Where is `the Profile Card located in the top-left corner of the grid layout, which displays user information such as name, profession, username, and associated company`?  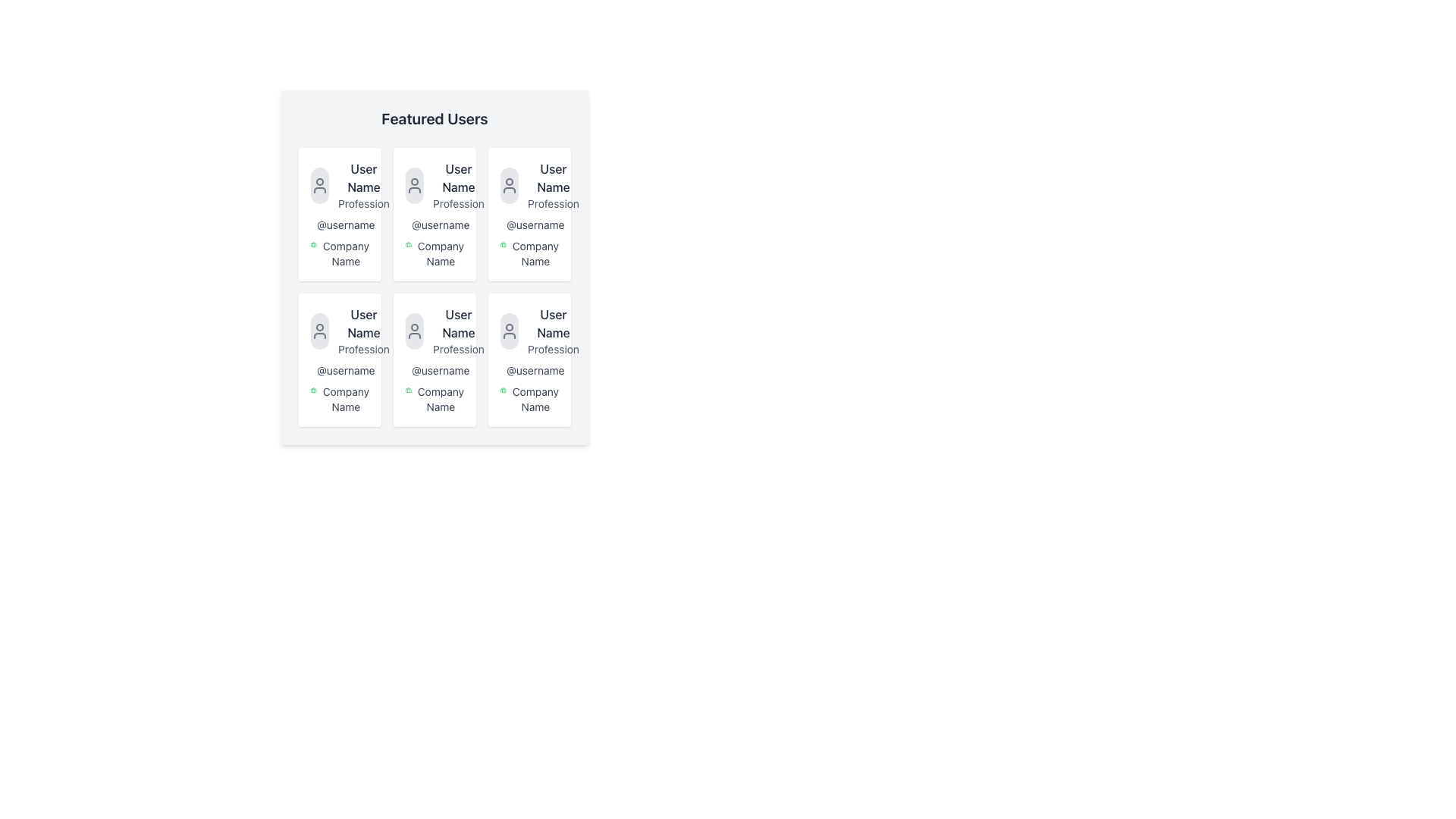 the Profile Card located in the top-left corner of the grid layout, which displays user information such as name, profession, username, and associated company is located at coordinates (339, 214).